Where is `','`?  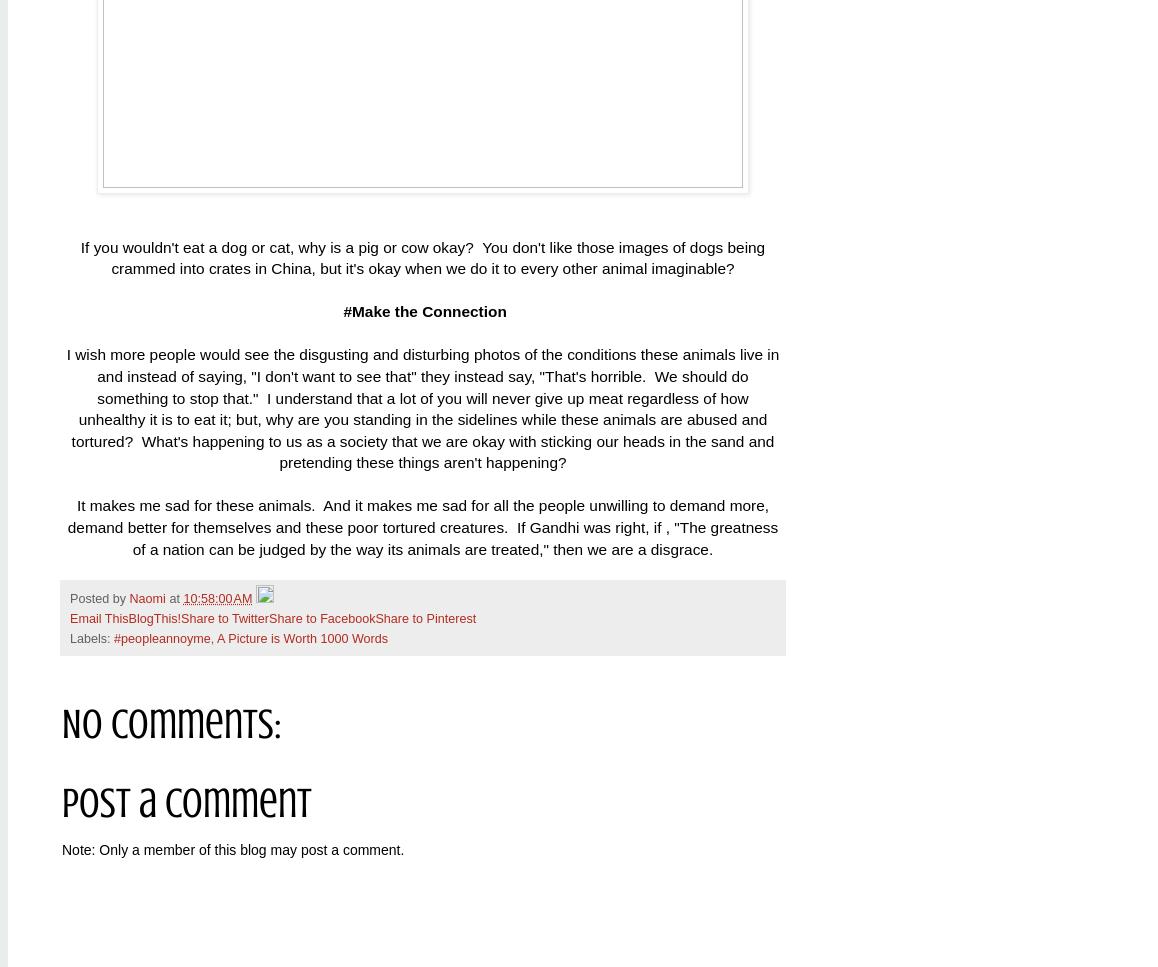 ',' is located at coordinates (213, 637).